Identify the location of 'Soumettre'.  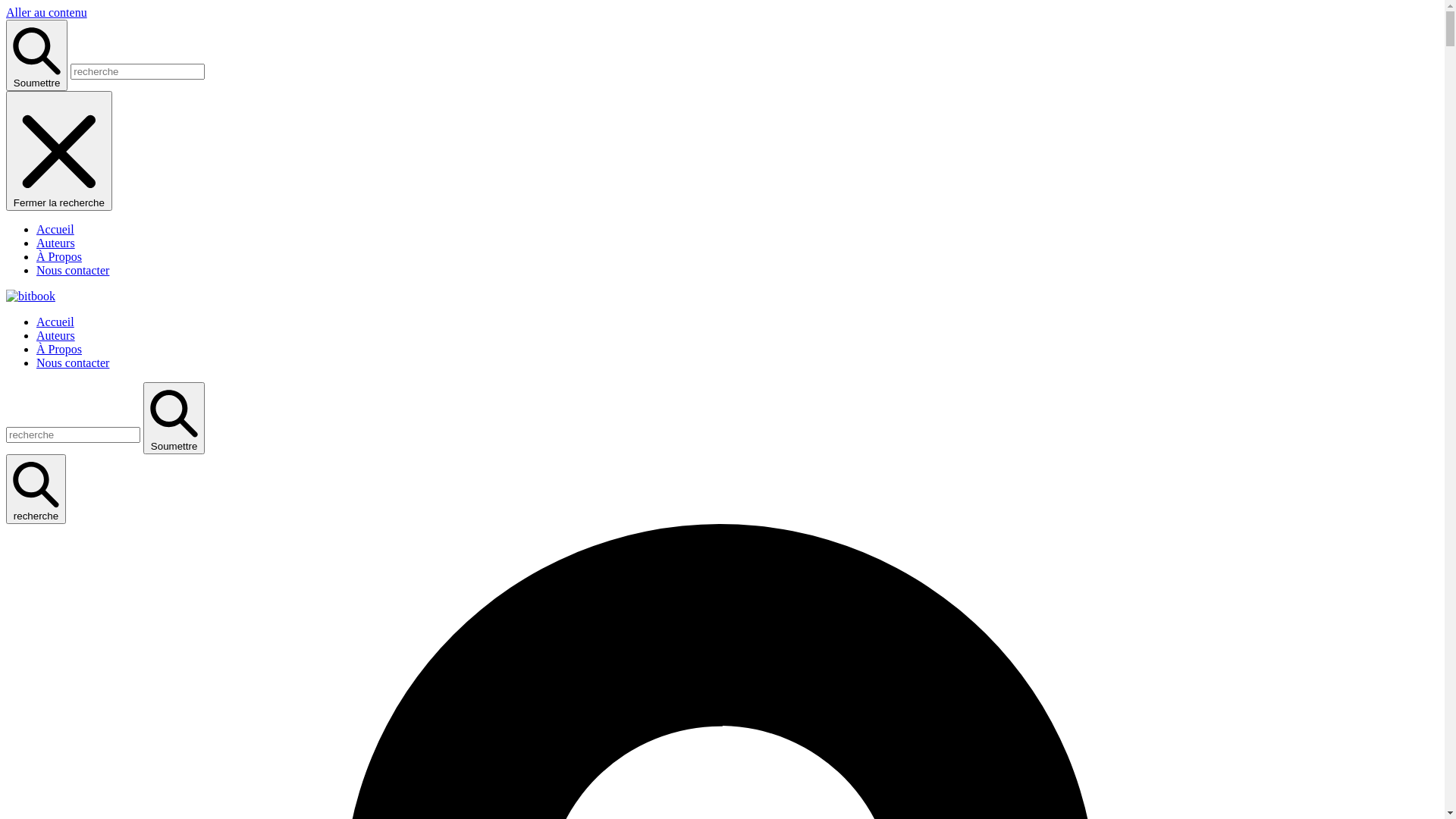
(36, 55).